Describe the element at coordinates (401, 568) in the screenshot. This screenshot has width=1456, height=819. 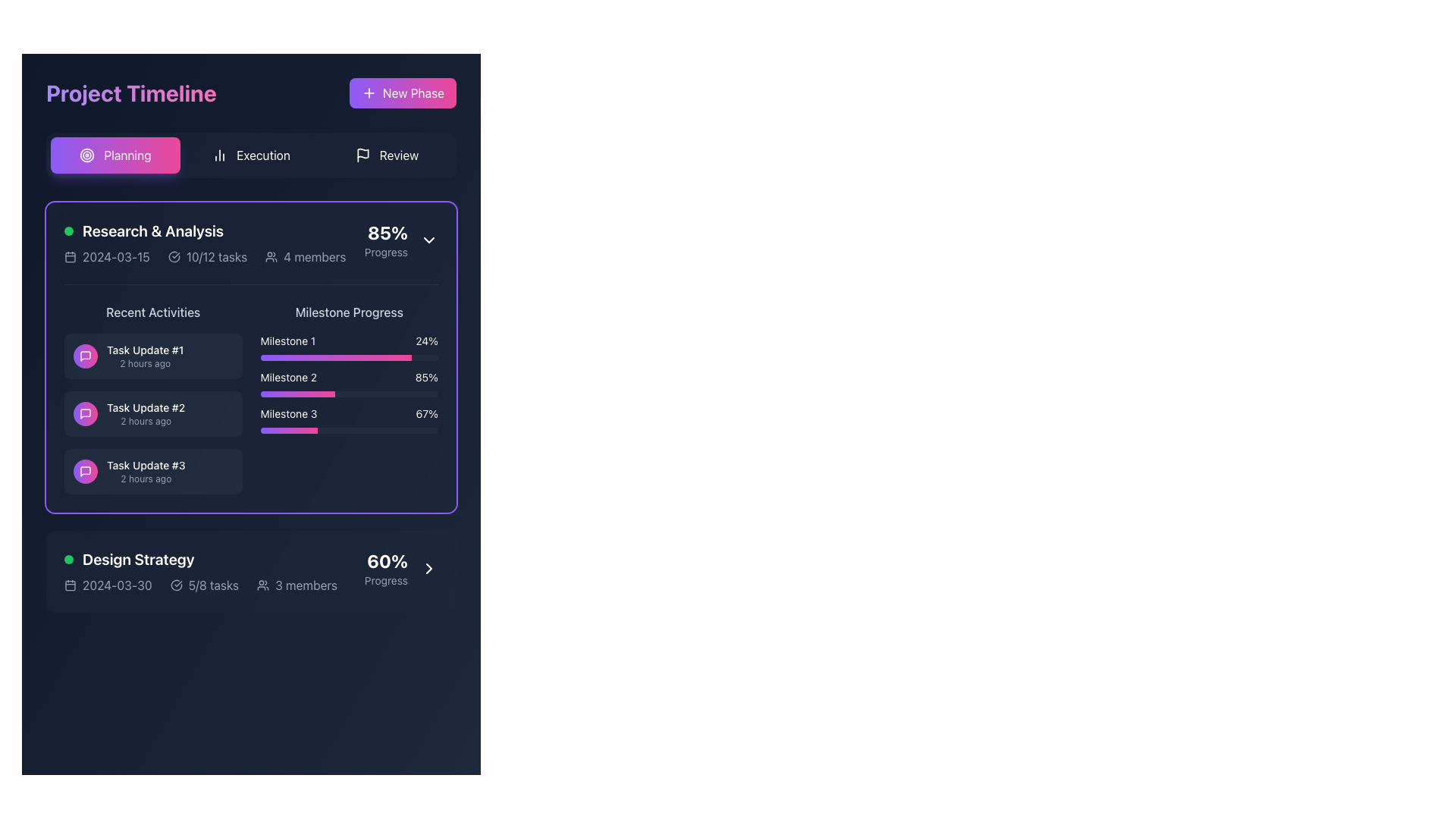
I see `the progress indicator displaying '60%' in bold text` at that location.